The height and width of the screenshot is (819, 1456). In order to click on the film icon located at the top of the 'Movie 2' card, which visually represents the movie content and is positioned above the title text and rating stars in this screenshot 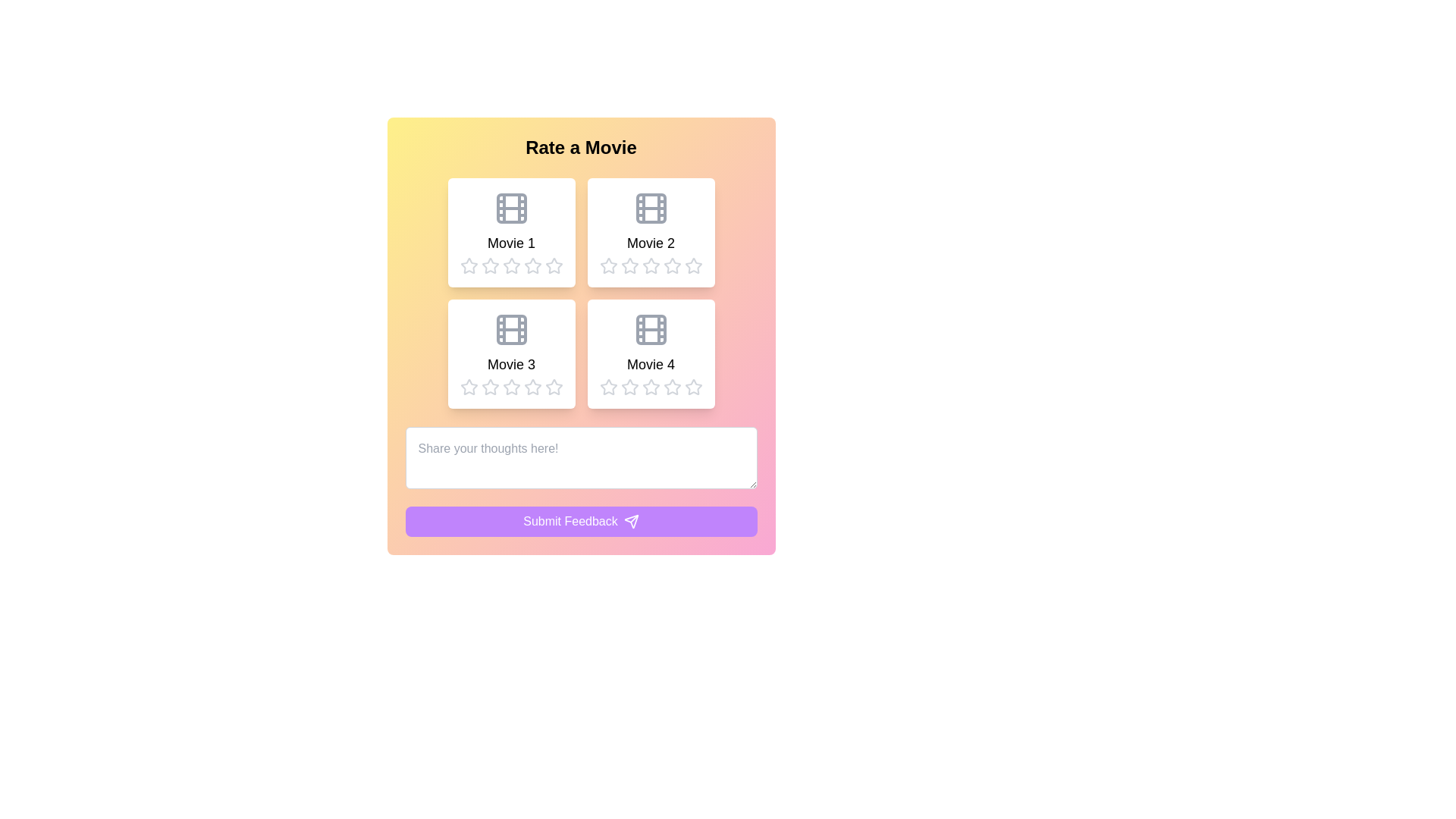, I will do `click(651, 208)`.